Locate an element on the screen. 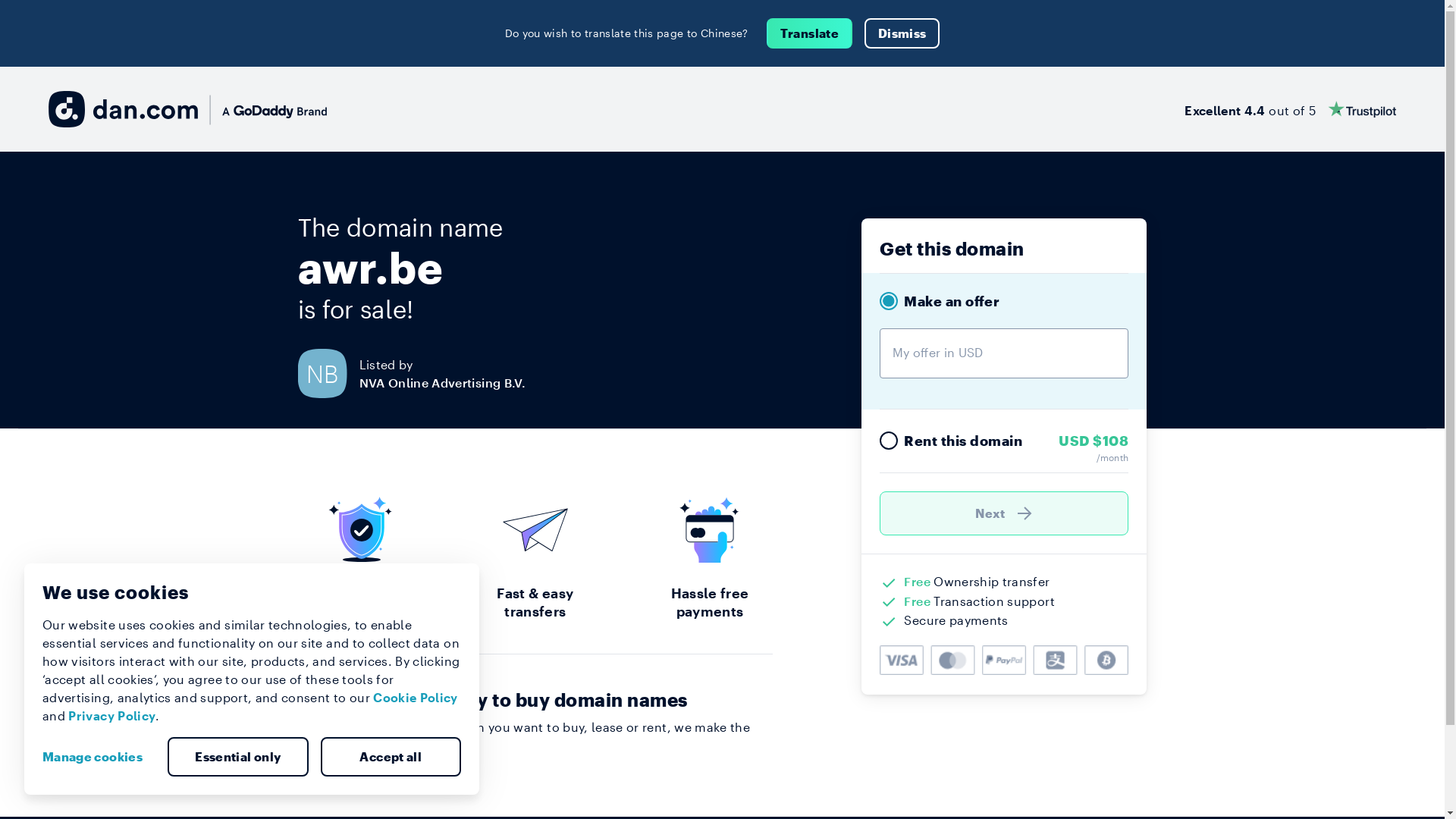  'Excellent 4.4 out of 5' is located at coordinates (1289, 108).